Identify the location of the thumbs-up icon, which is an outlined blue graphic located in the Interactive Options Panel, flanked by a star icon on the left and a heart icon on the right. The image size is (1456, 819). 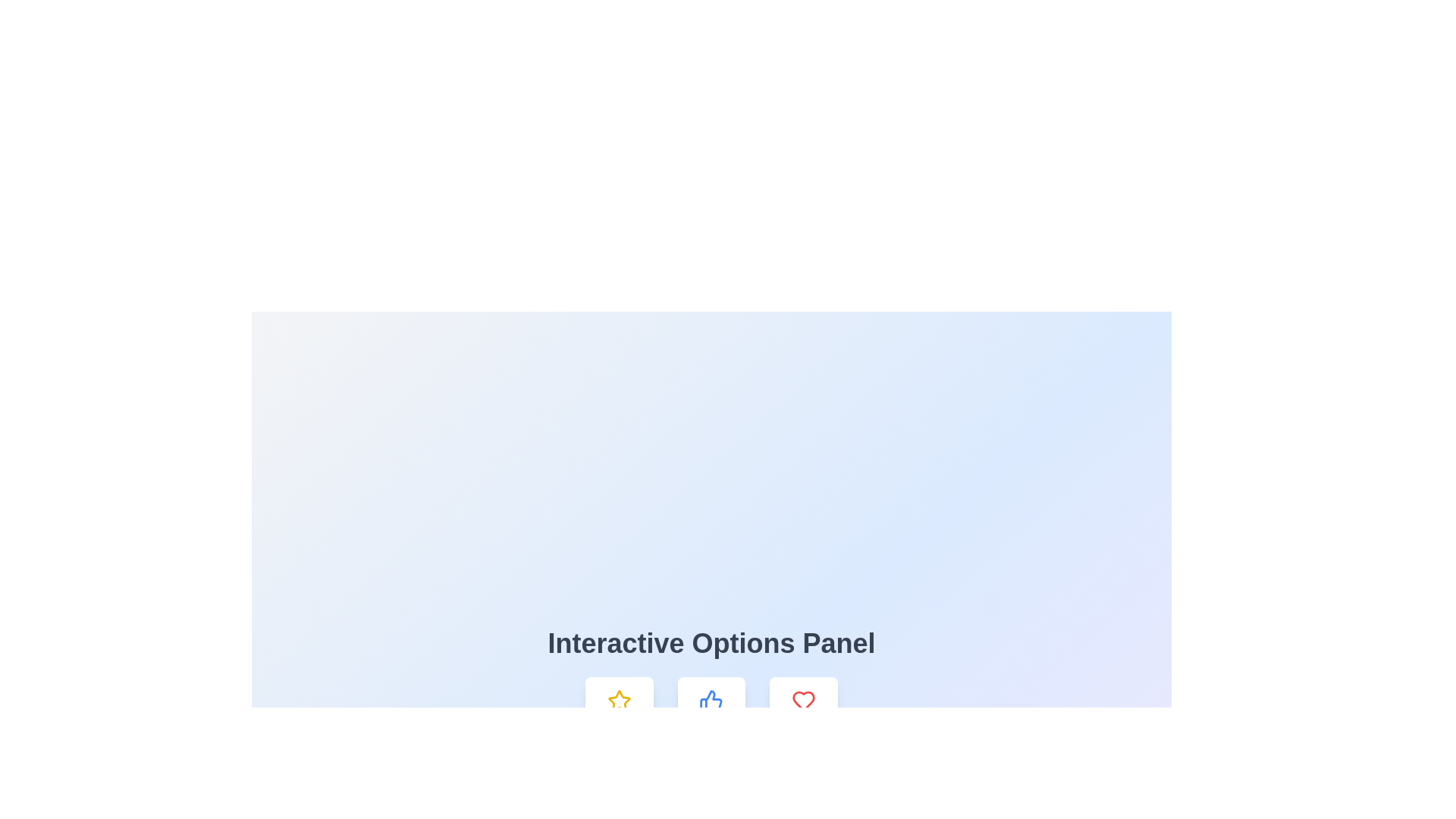
(711, 701).